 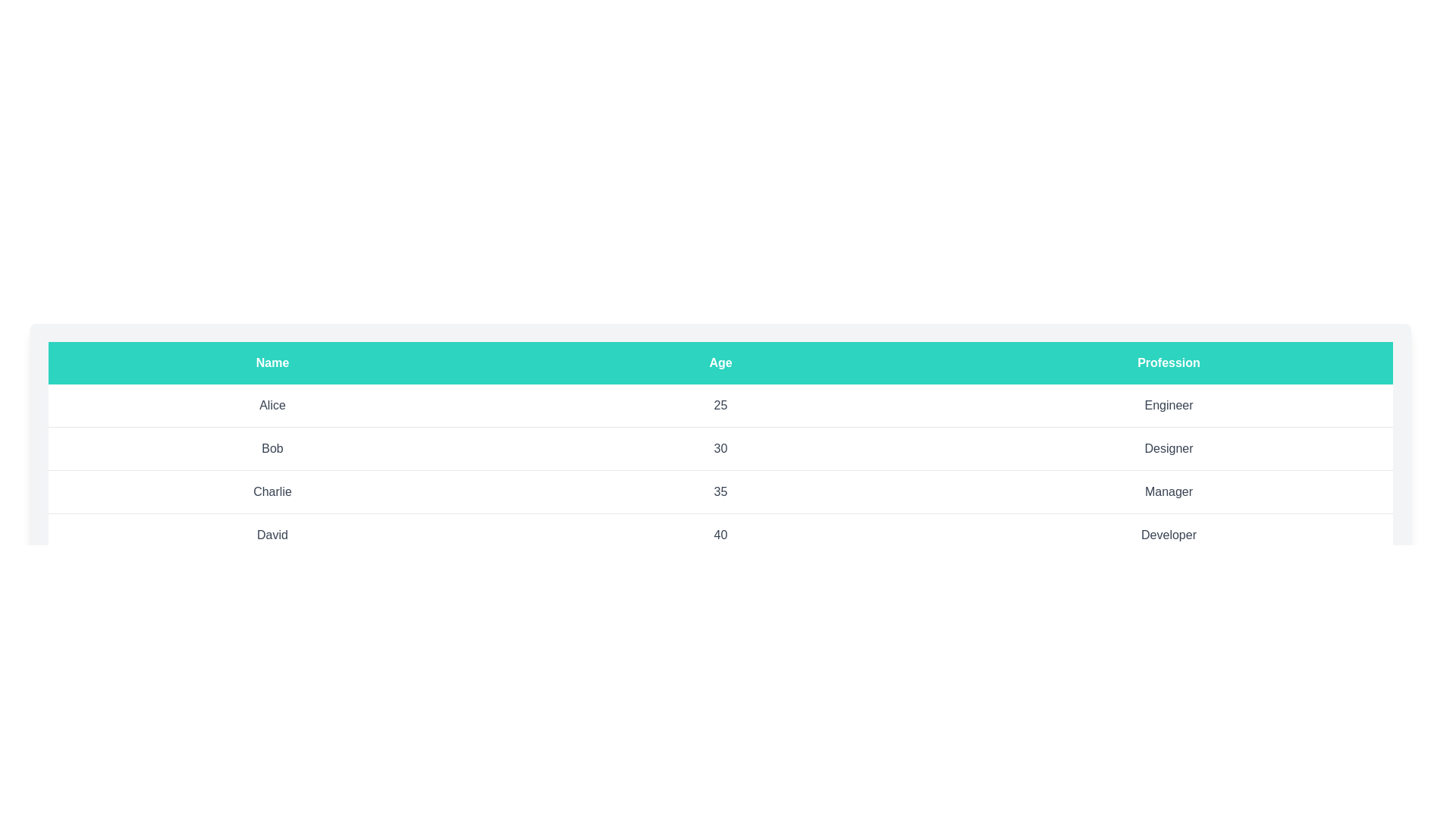 What do you see at coordinates (720, 534) in the screenshot?
I see `the text label displaying '40' under the 'Age' column in the table corresponding to 'David'` at bounding box center [720, 534].